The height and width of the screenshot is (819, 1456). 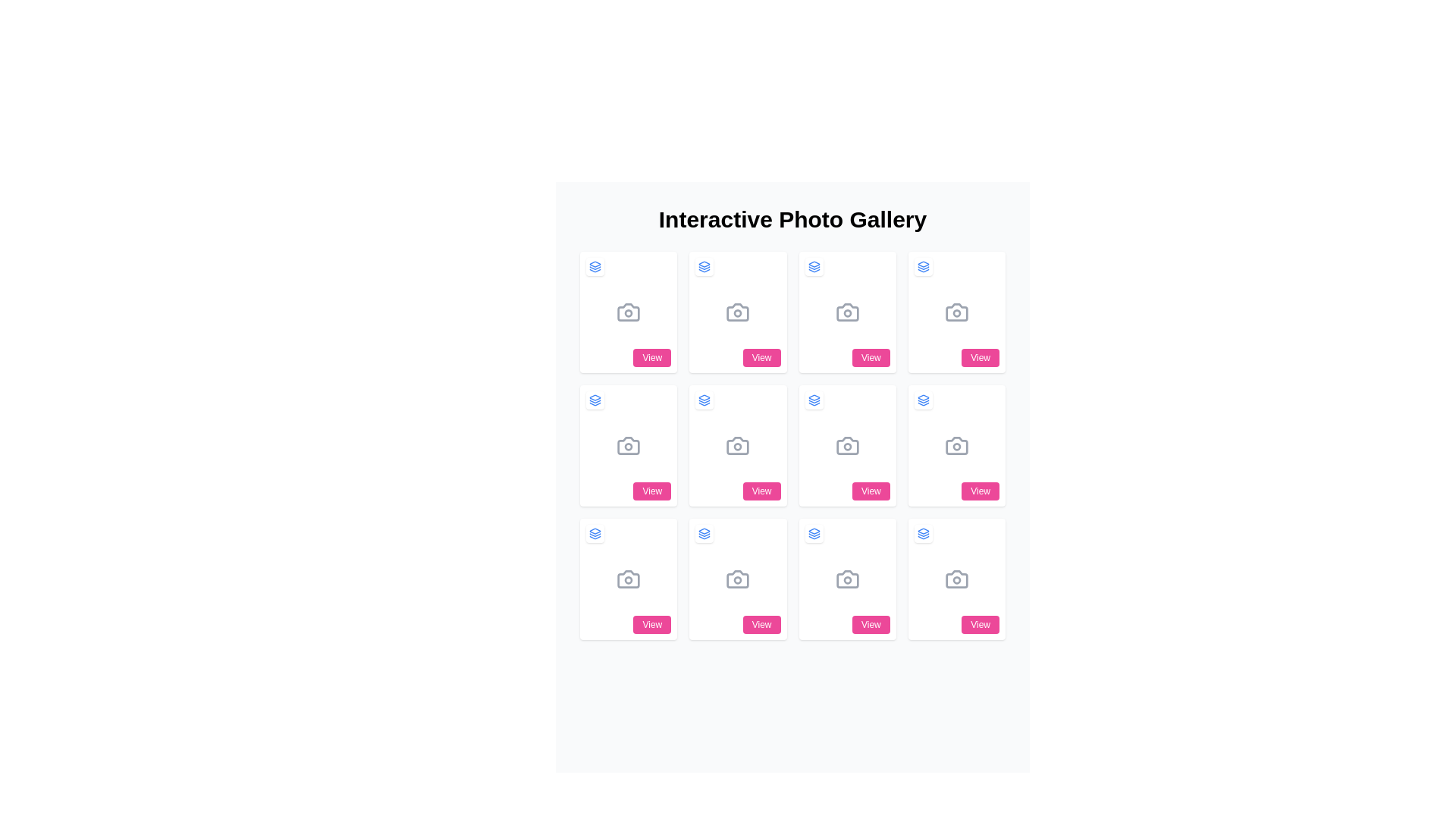 I want to click on the seventh card in the interactive photo gallery, so click(x=846, y=444).